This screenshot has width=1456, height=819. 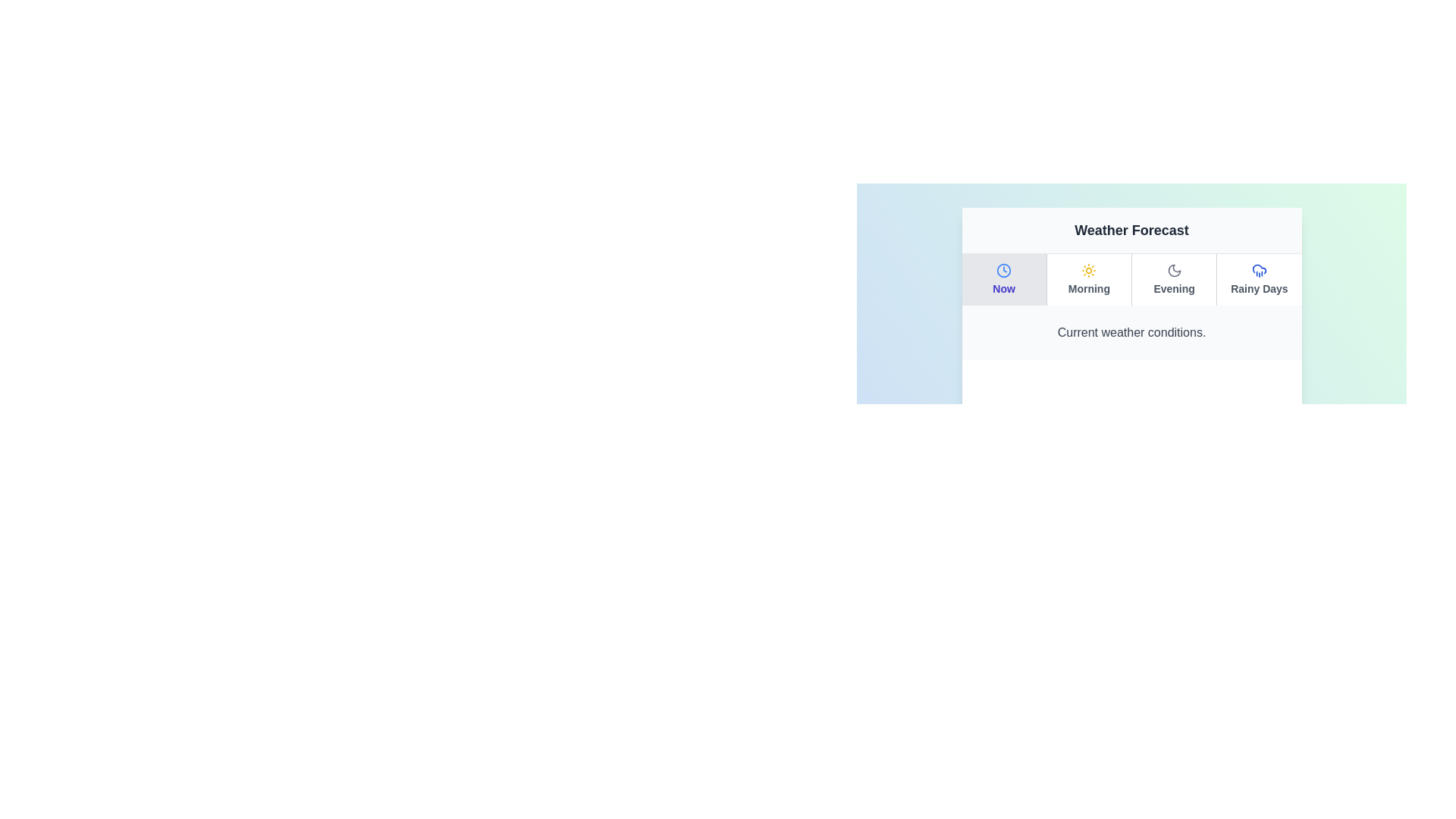 I want to click on the 'Evening' button, which features a crescent moon icon above the text, to access its associated content, so click(x=1173, y=280).